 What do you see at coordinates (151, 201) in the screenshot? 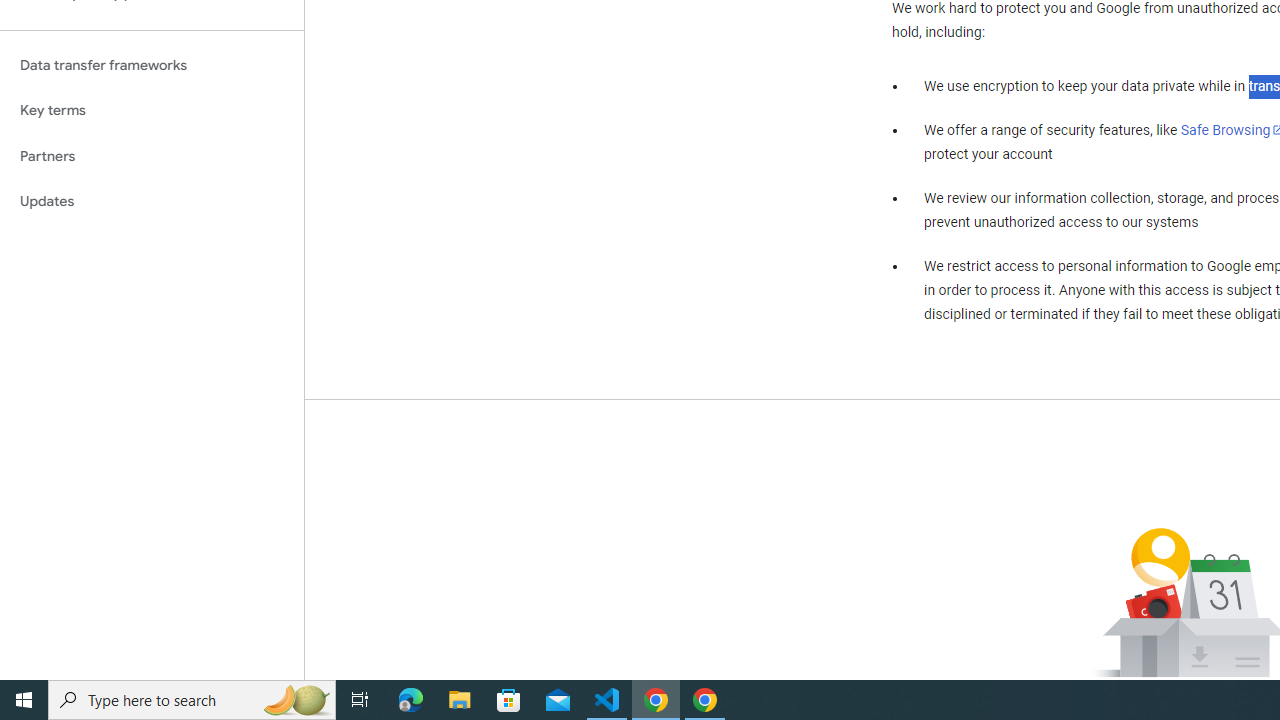
I see `'Updates'` at bounding box center [151, 201].